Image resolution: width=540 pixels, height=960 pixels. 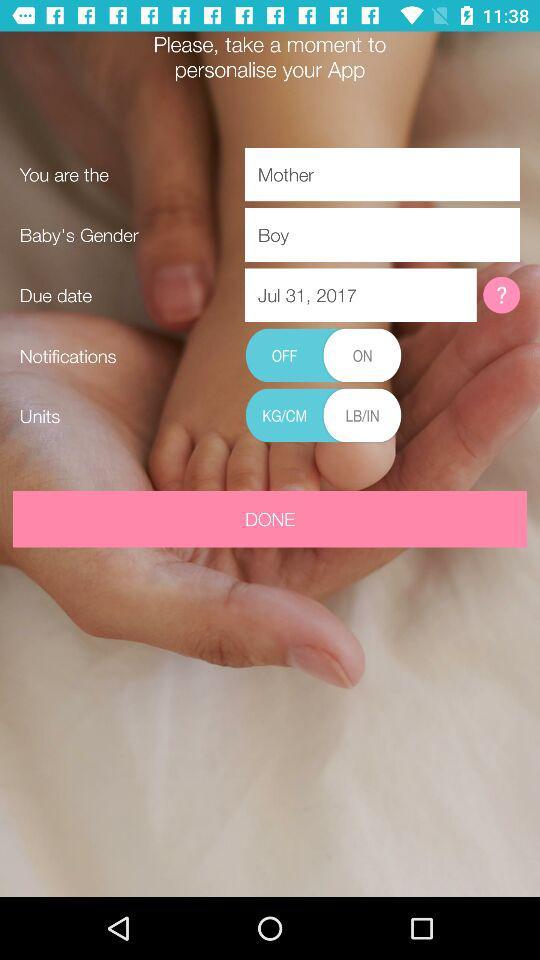 What do you see at coordinates (323, 415) in the screenshot?
I see `unit option` at bounding box center [323, 415].